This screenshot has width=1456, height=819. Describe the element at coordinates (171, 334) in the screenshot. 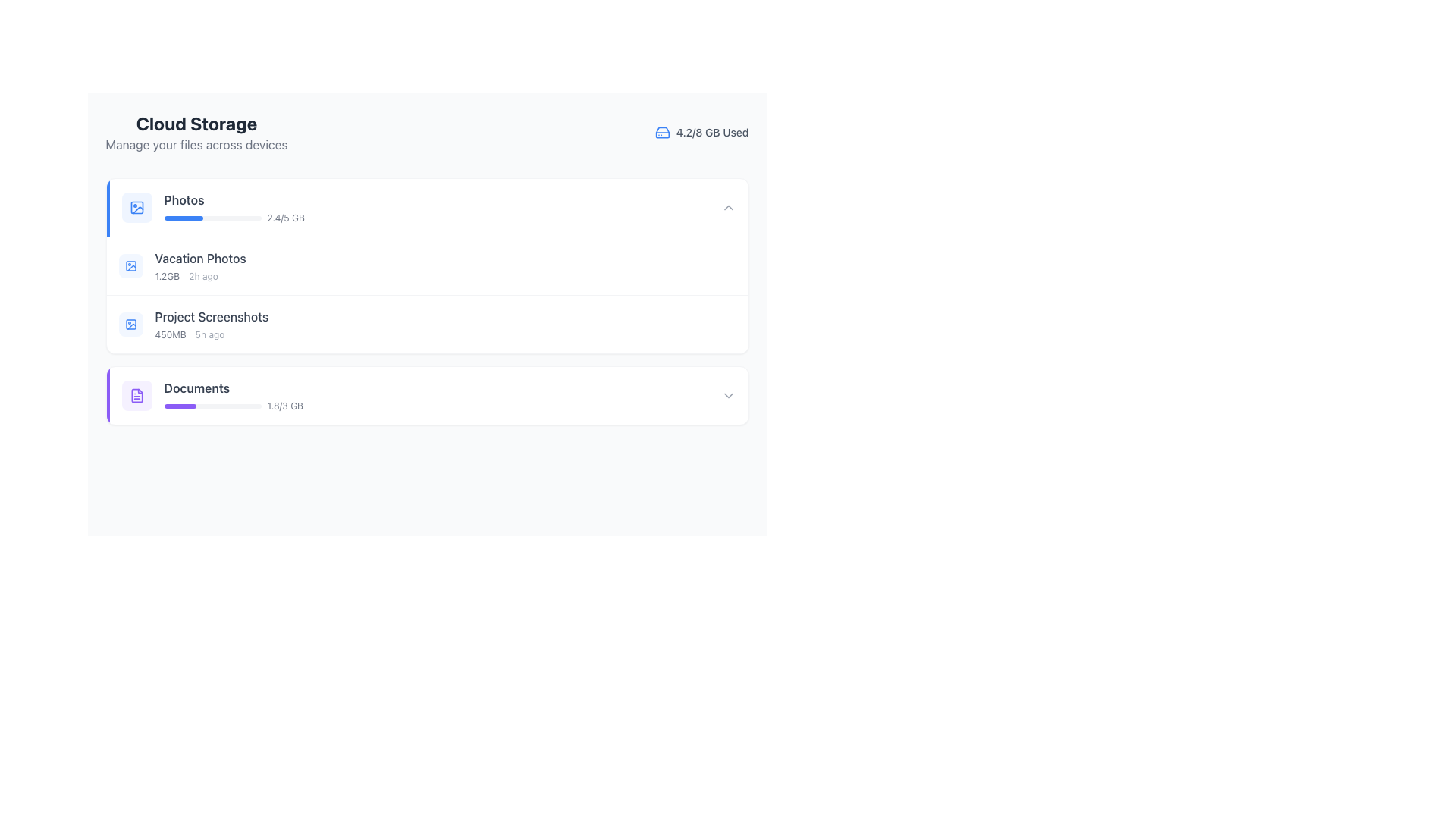

I see `the text element indicating file size located in the 'Project Screenshots' section, which displays '450MB' and is positioned to the left of '5h ago'` at that location.